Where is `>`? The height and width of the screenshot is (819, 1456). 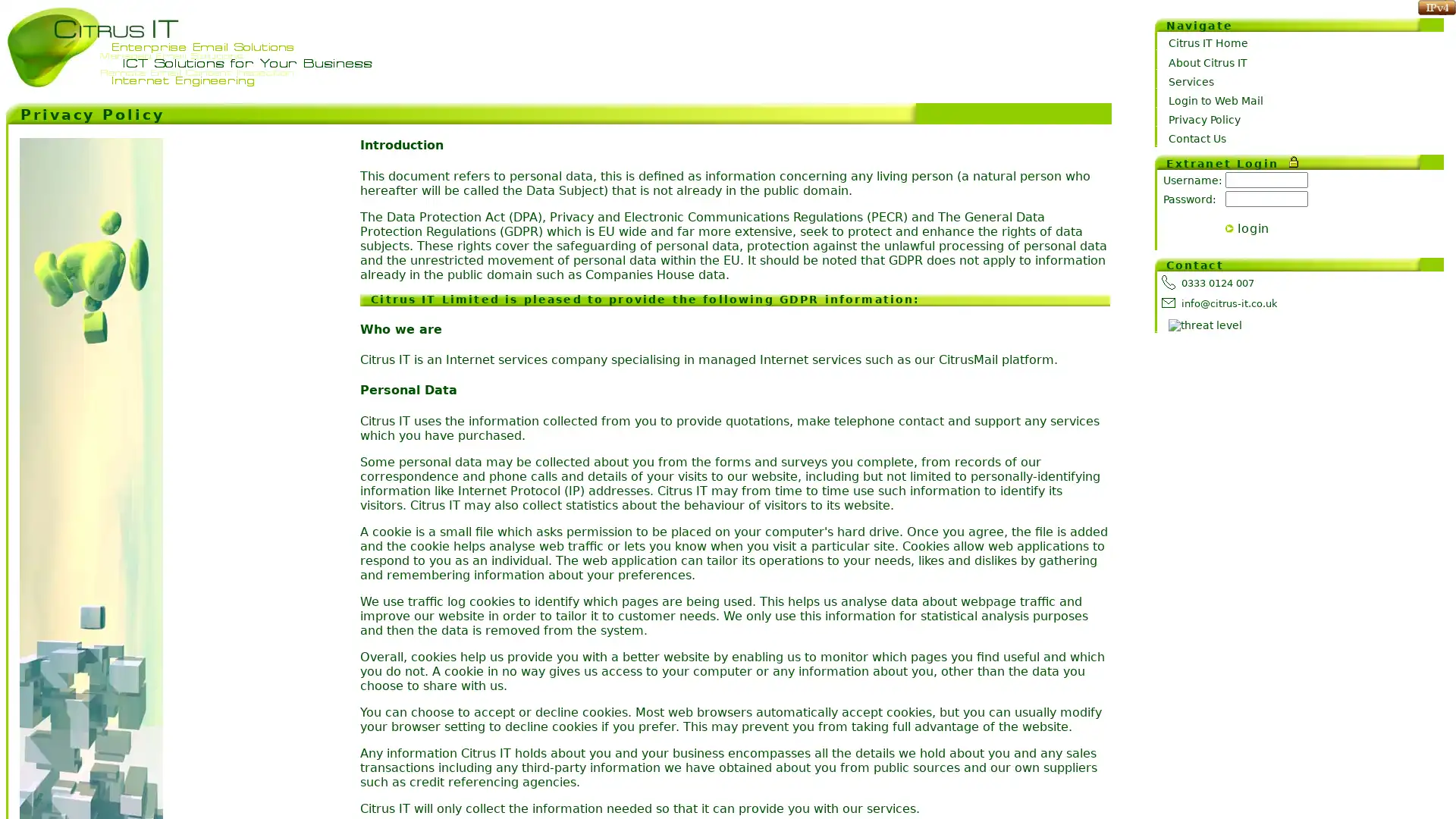
> is located at coordinates (1229, 228).